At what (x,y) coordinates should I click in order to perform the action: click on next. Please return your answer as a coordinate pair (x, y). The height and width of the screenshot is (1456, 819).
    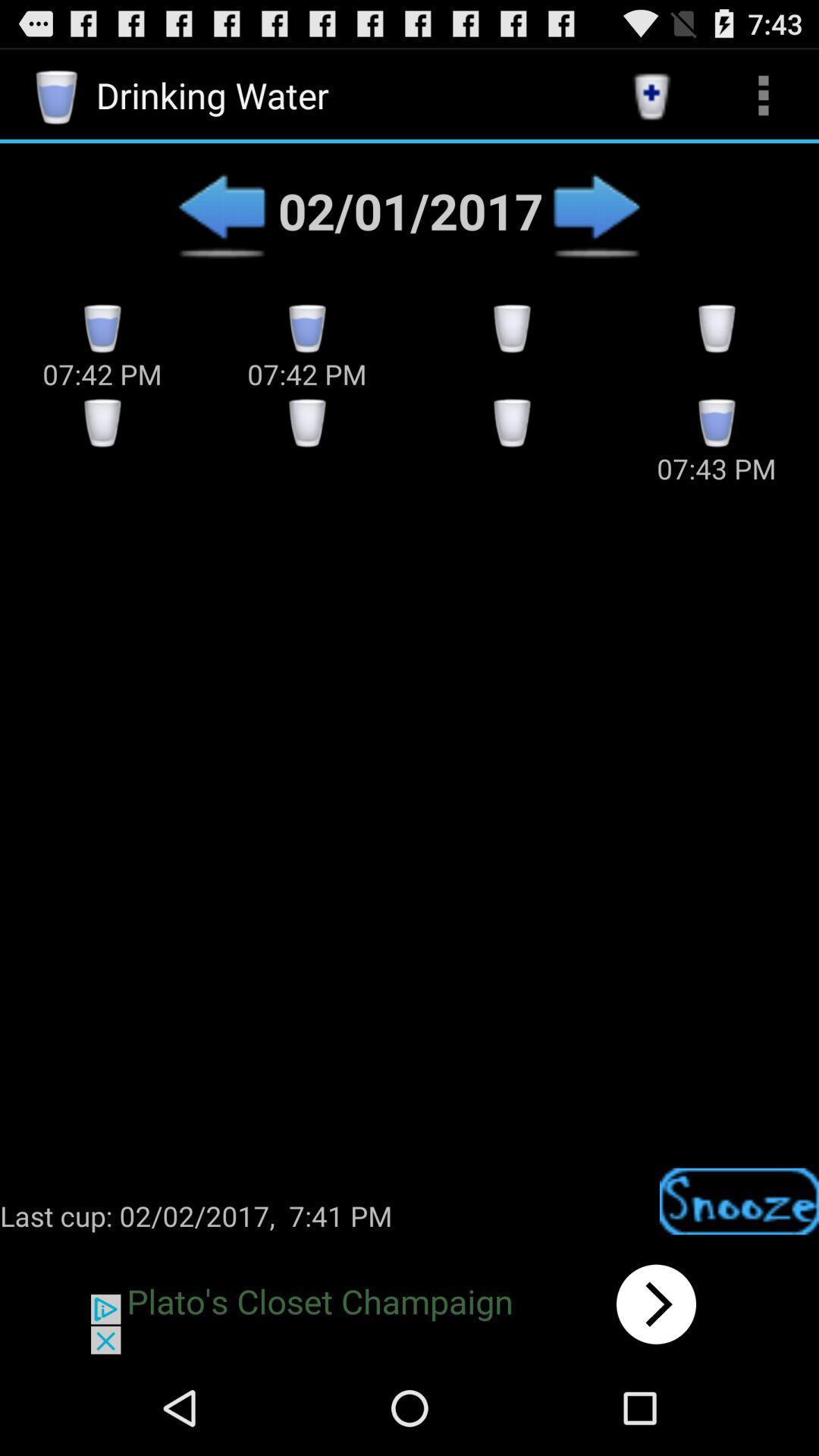
    Looking at the image, I should click on (595, 210).